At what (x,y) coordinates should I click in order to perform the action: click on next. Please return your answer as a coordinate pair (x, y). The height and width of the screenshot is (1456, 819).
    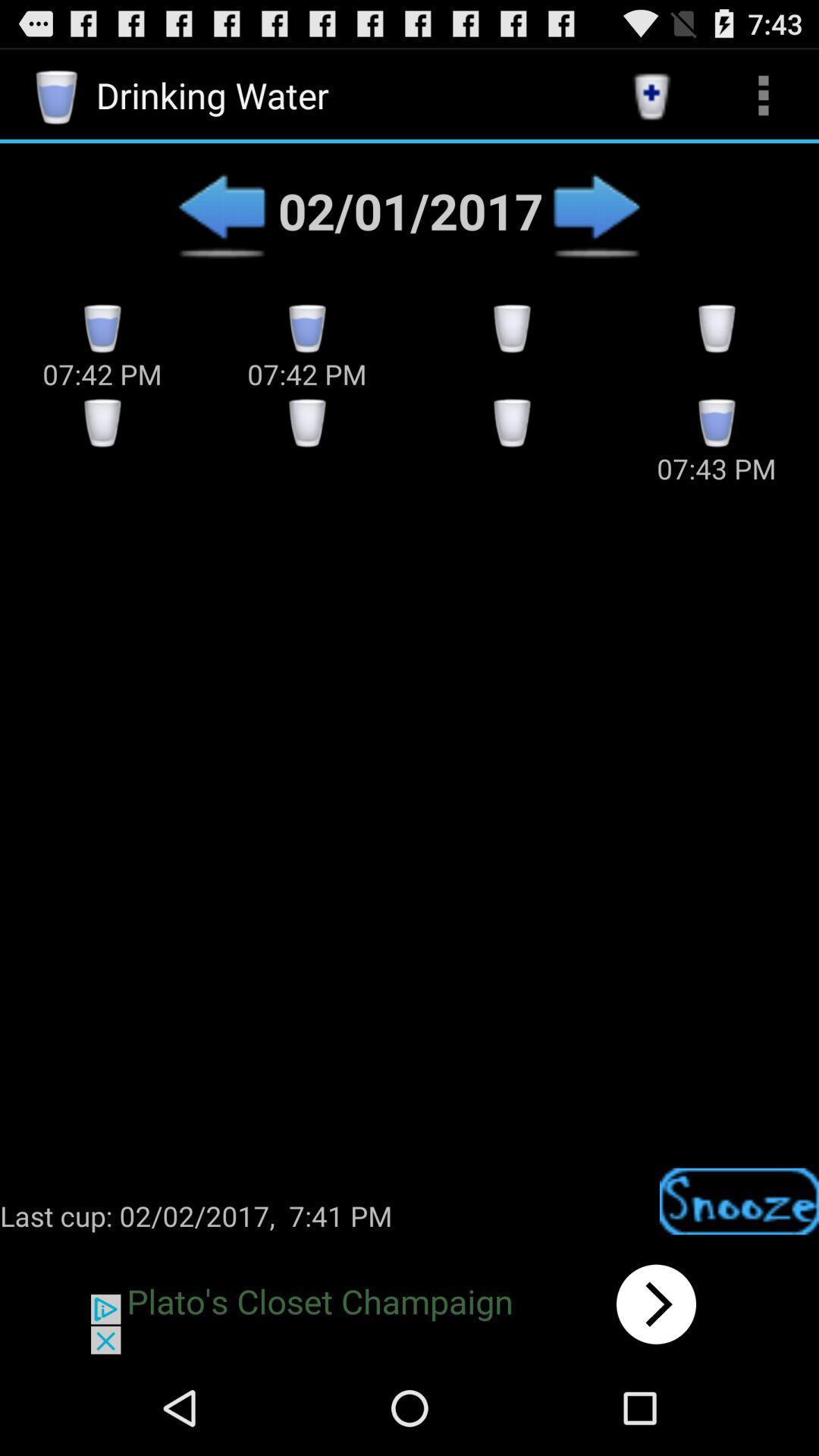
    Looking at the image, I should click on (595, 210).